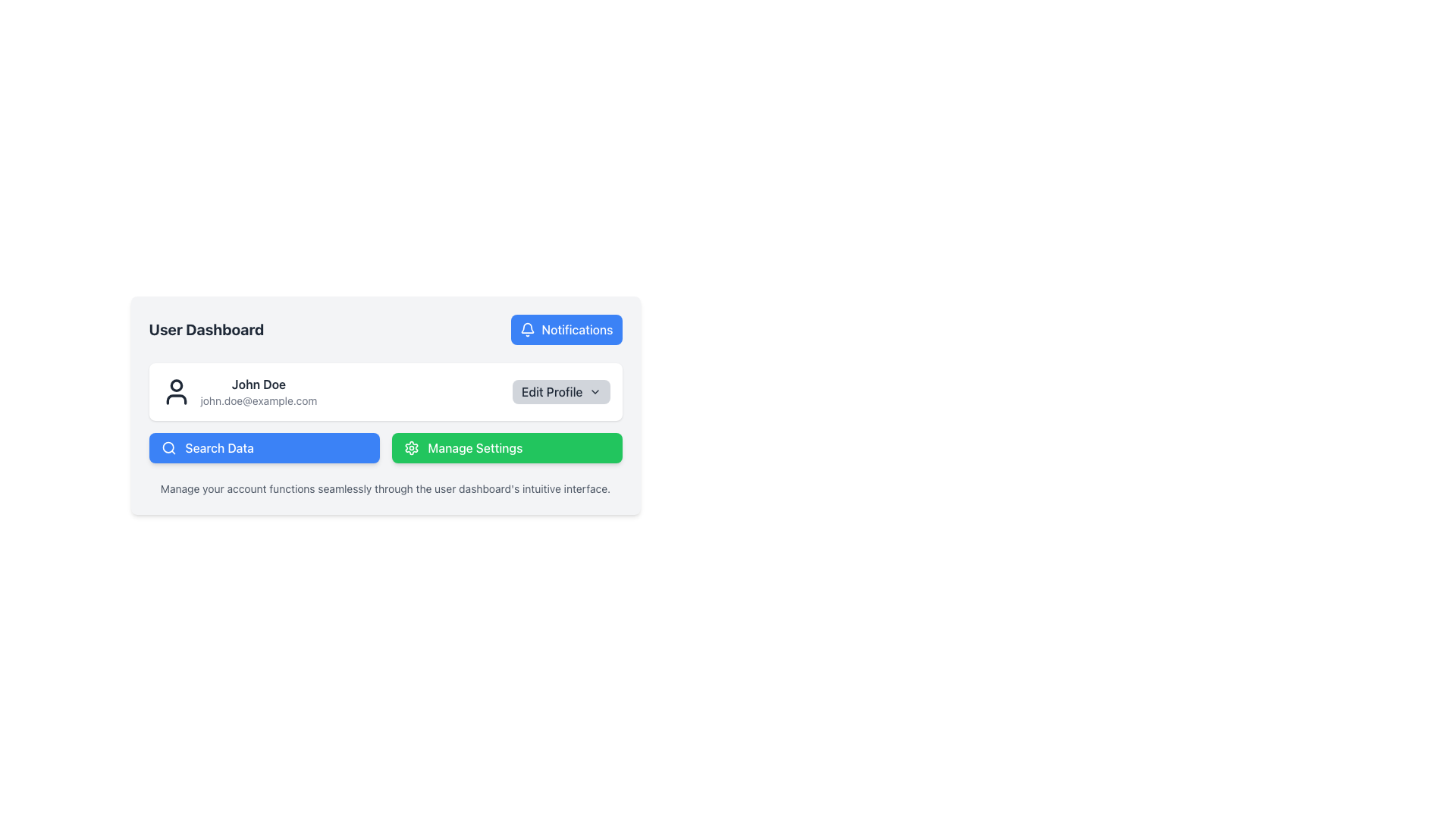 The image size is (1456, 819). What do you see at coordinates (594, 391) in the screenshot?
I see `the downward-pointing chevron icon next to the 'Edit Profile' button, which serves as a visual indicator for additional options` at bounding box center [594, 391].